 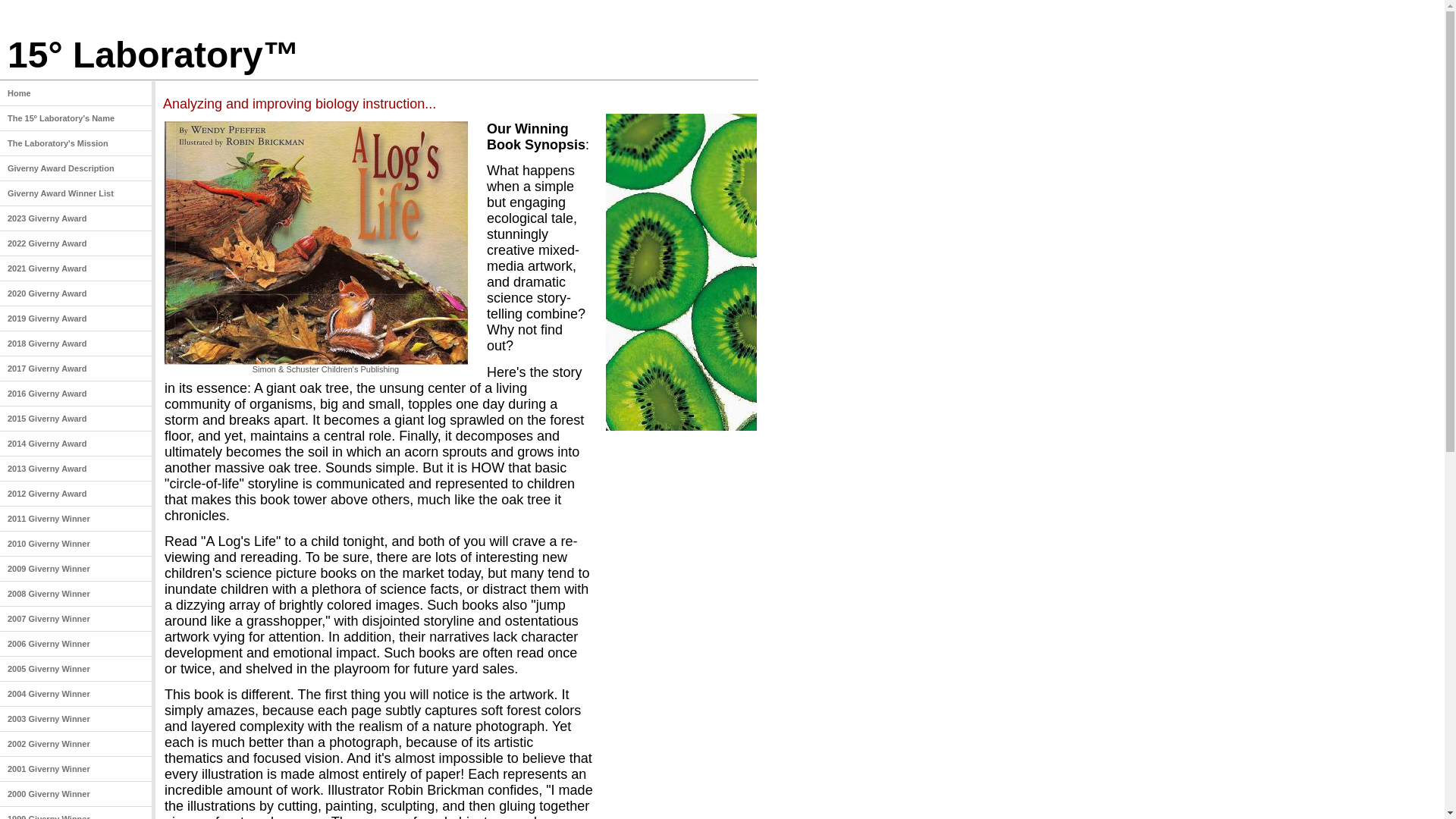 I want to click on '2000 Giverny Winner', so click(x=75, y=793).